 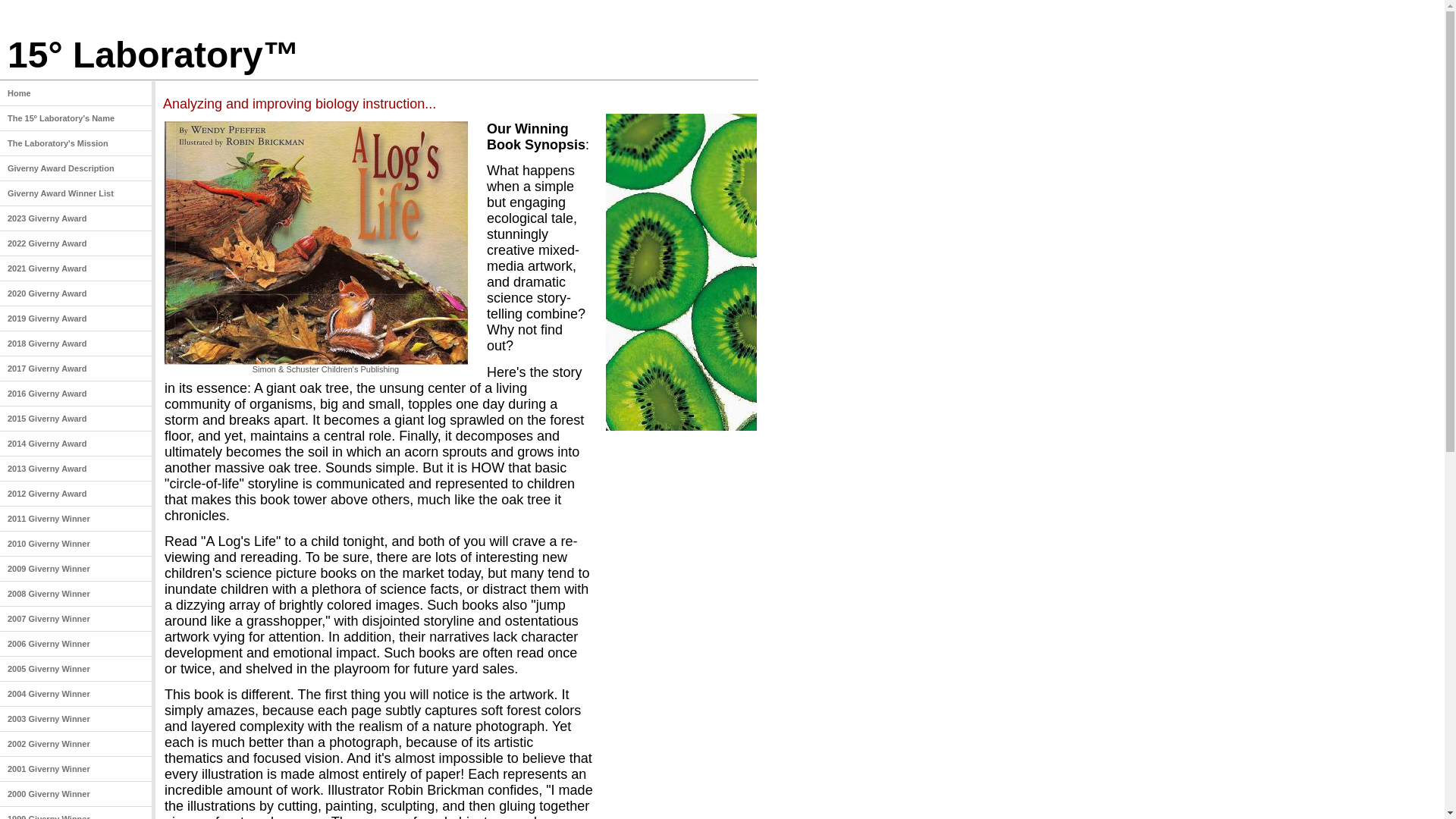 I want to click on '2000 Giverny Winner', so click(x=75, y=793).